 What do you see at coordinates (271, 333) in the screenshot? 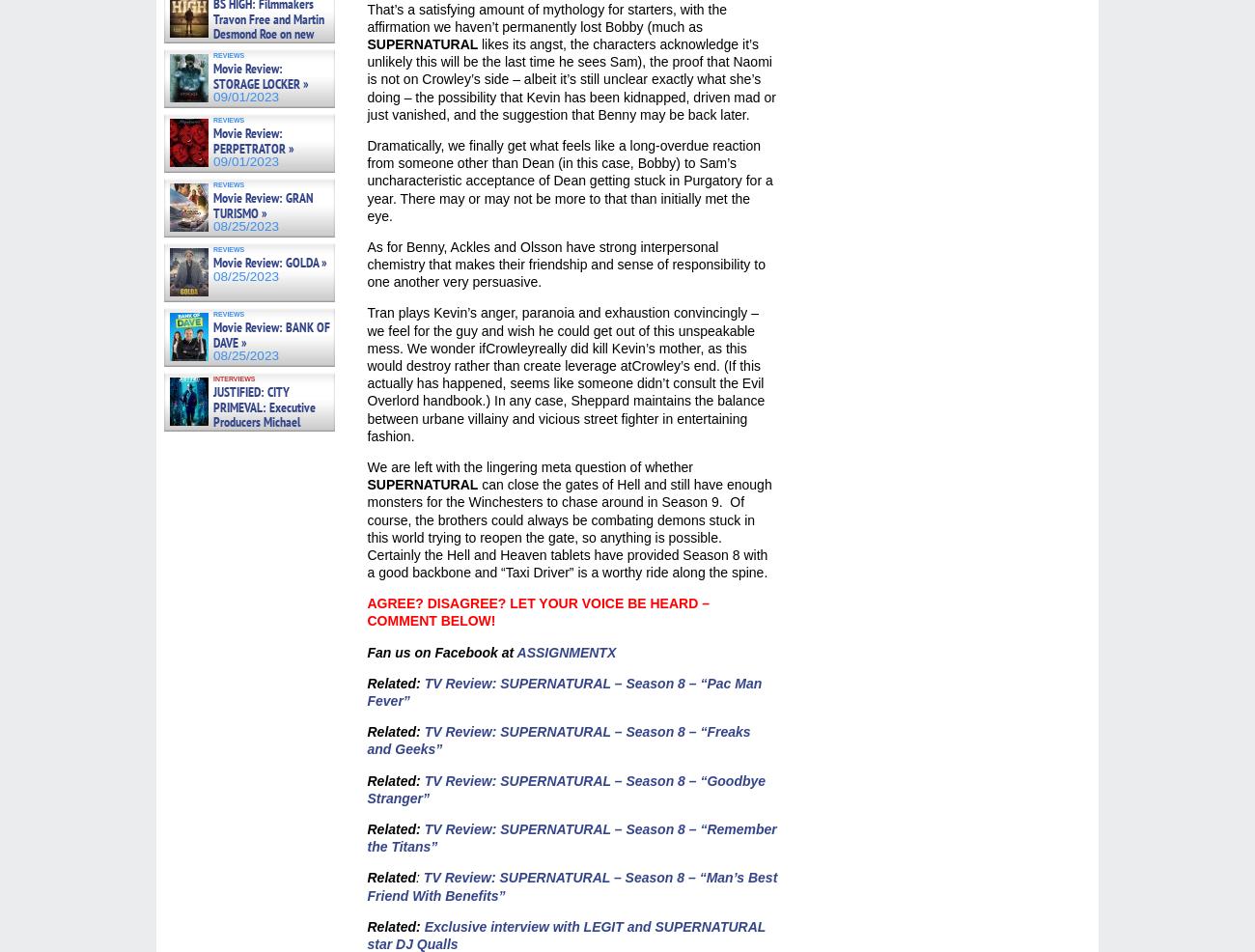
I see `'Movie Review: BANK OF DAVE »'` at bounding box center [271, 333].